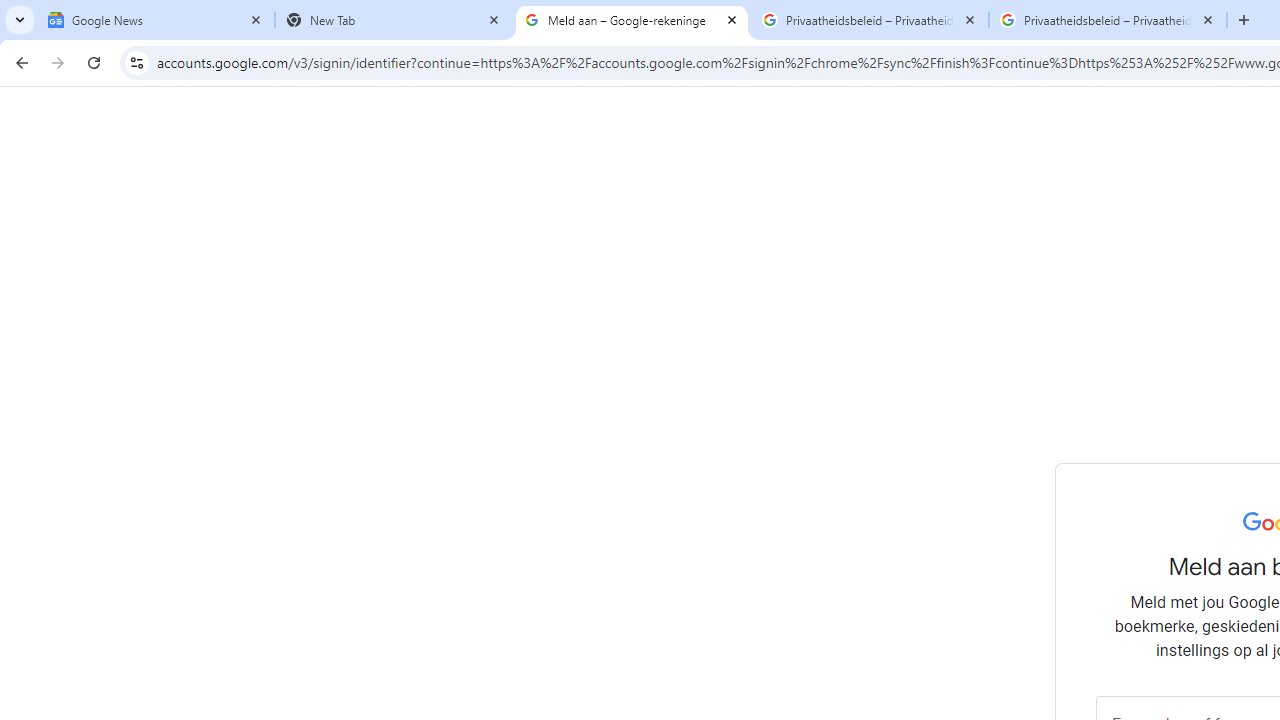  I want to click on 'Google News', so click(155, 20).